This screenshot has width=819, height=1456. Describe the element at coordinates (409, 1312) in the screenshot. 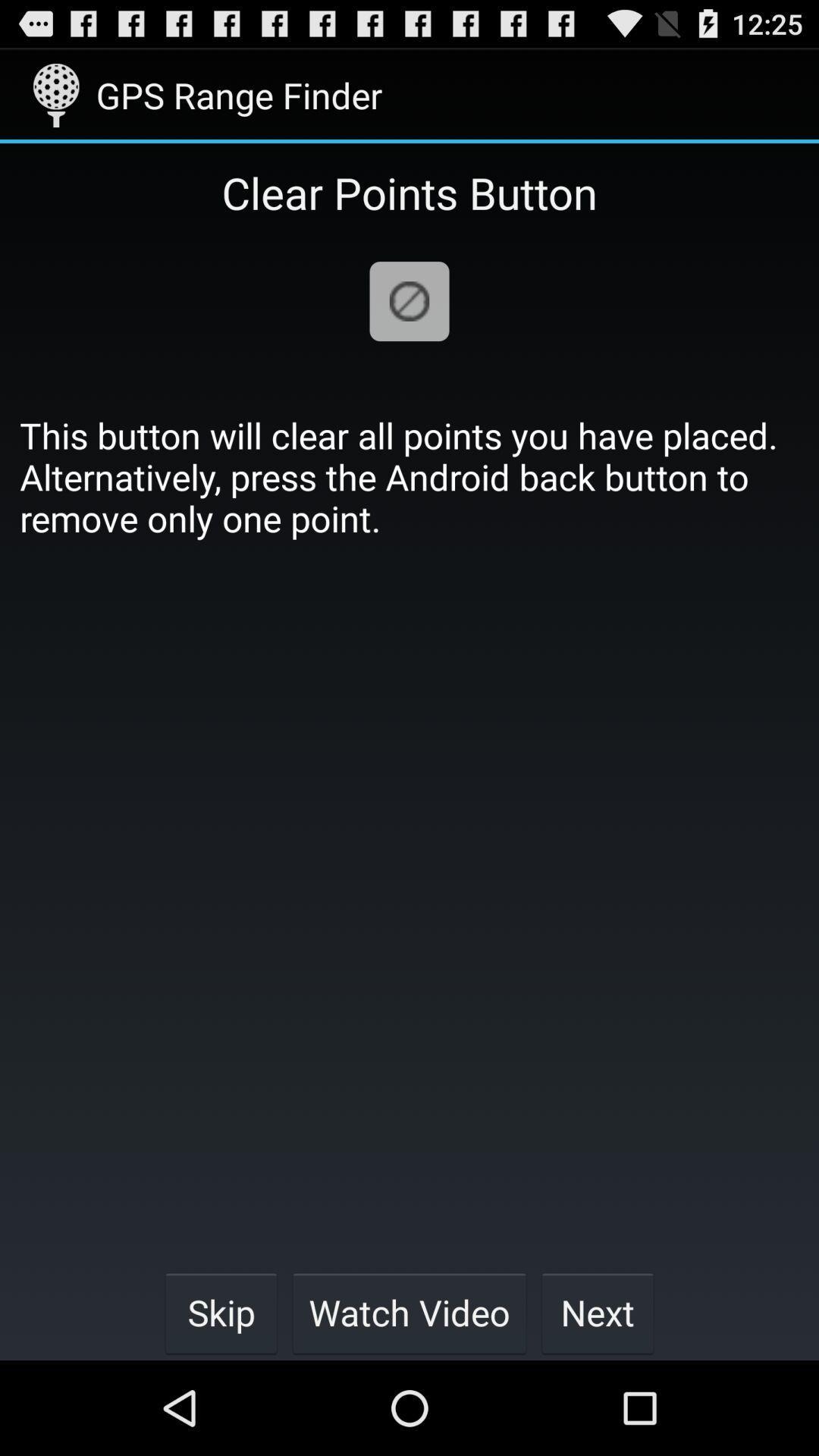

I see `item next to skip item` at that location.